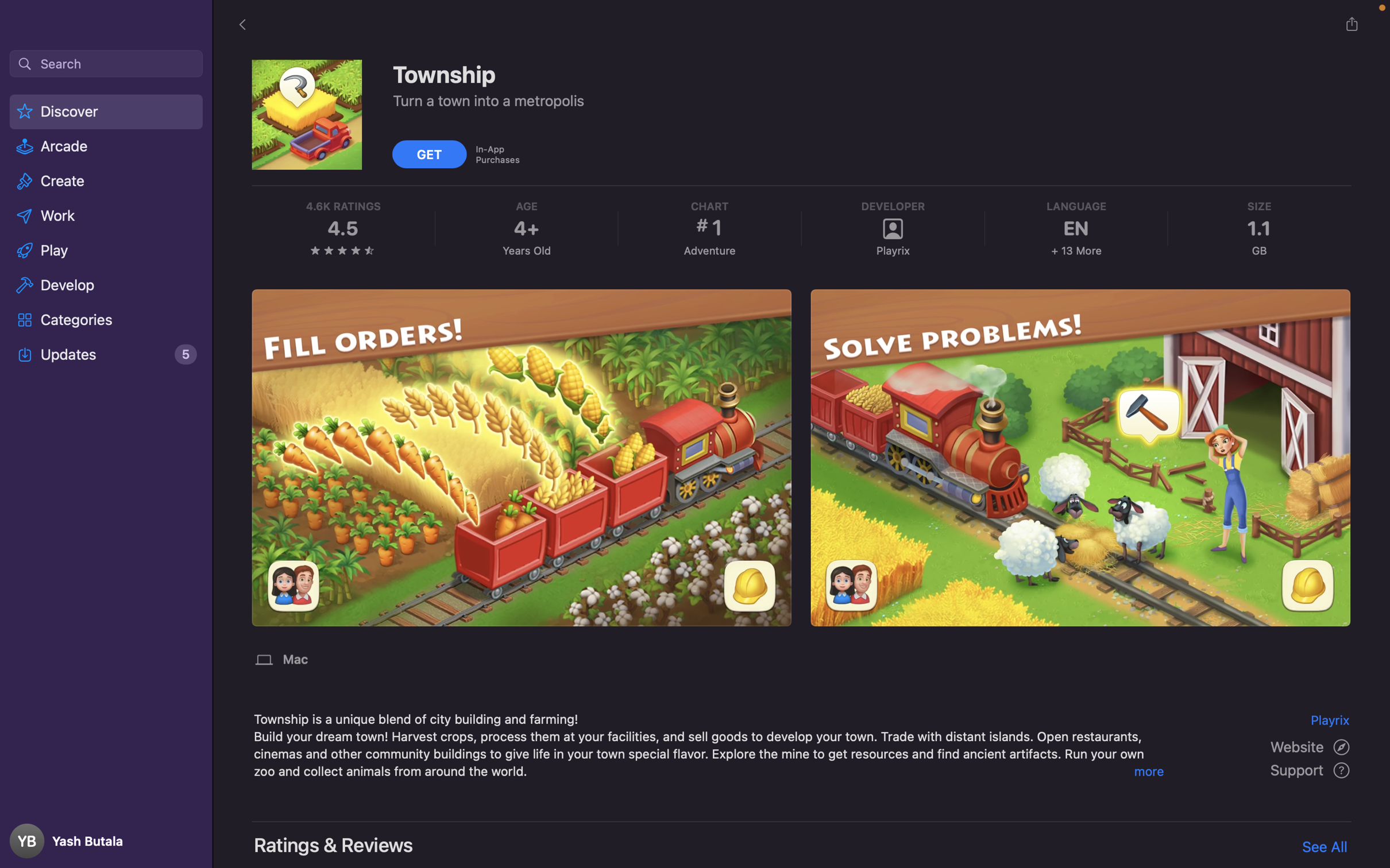 This screenshot has height=868, width=1390. What do you see at coordinates (1351, 24) in the screenshot?
I see `the "share" button and then select the "Facebook" option to share the application on Facebook` at bounding box center [1351, 24].